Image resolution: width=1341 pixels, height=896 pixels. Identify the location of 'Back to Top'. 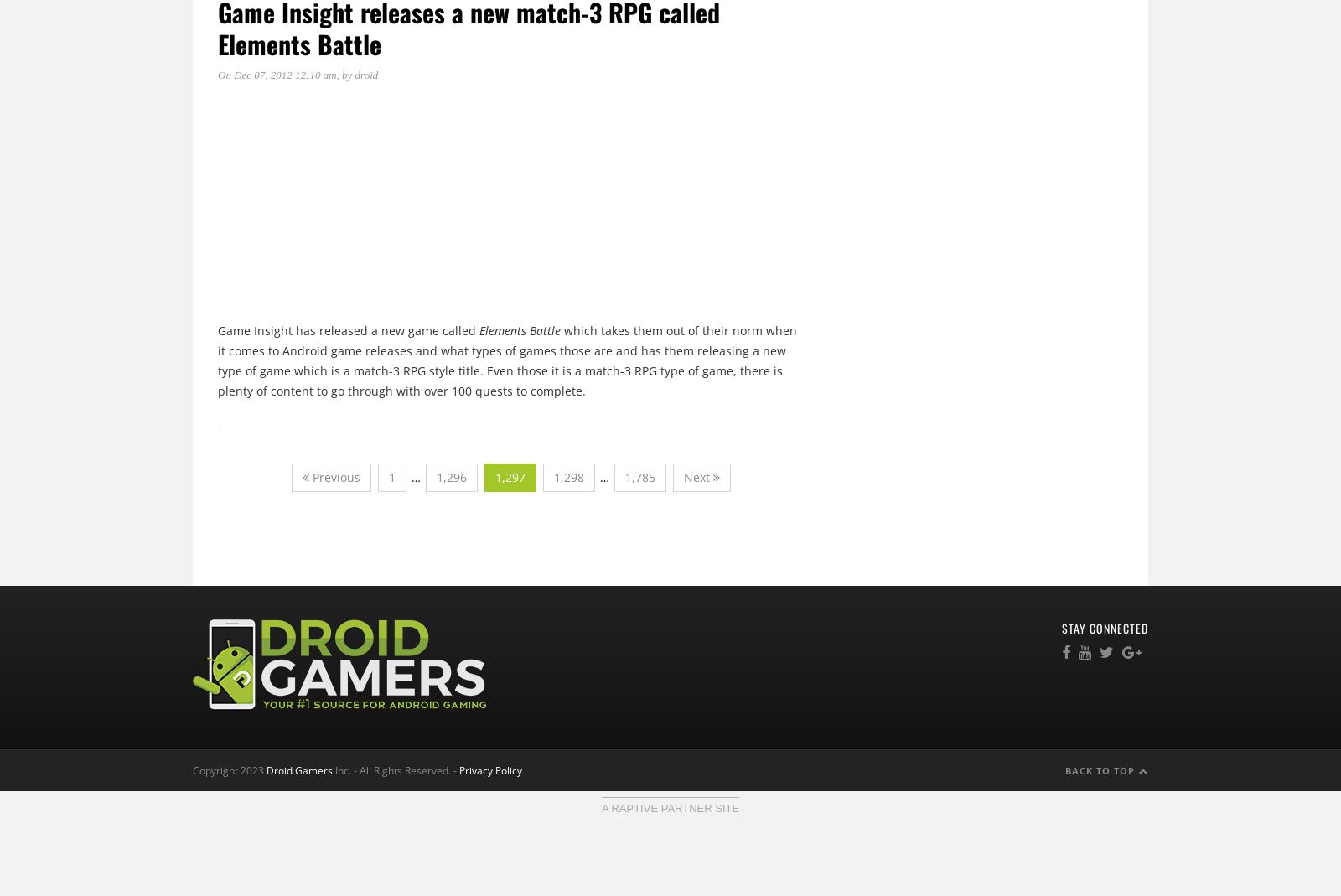
(1100, 769).